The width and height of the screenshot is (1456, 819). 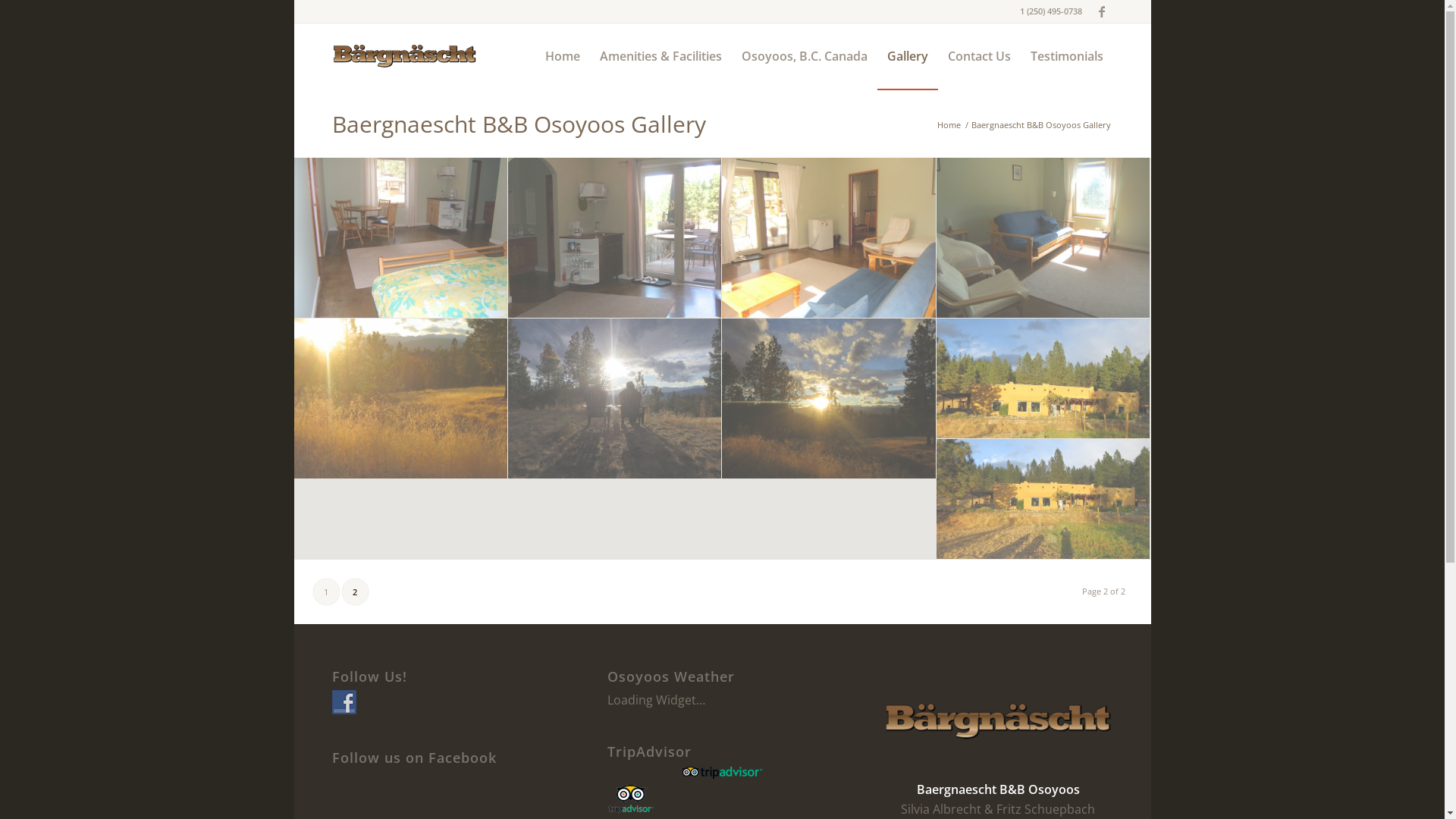 I want to click on 'Amenities & Facilities', so click(x=588, y=55).